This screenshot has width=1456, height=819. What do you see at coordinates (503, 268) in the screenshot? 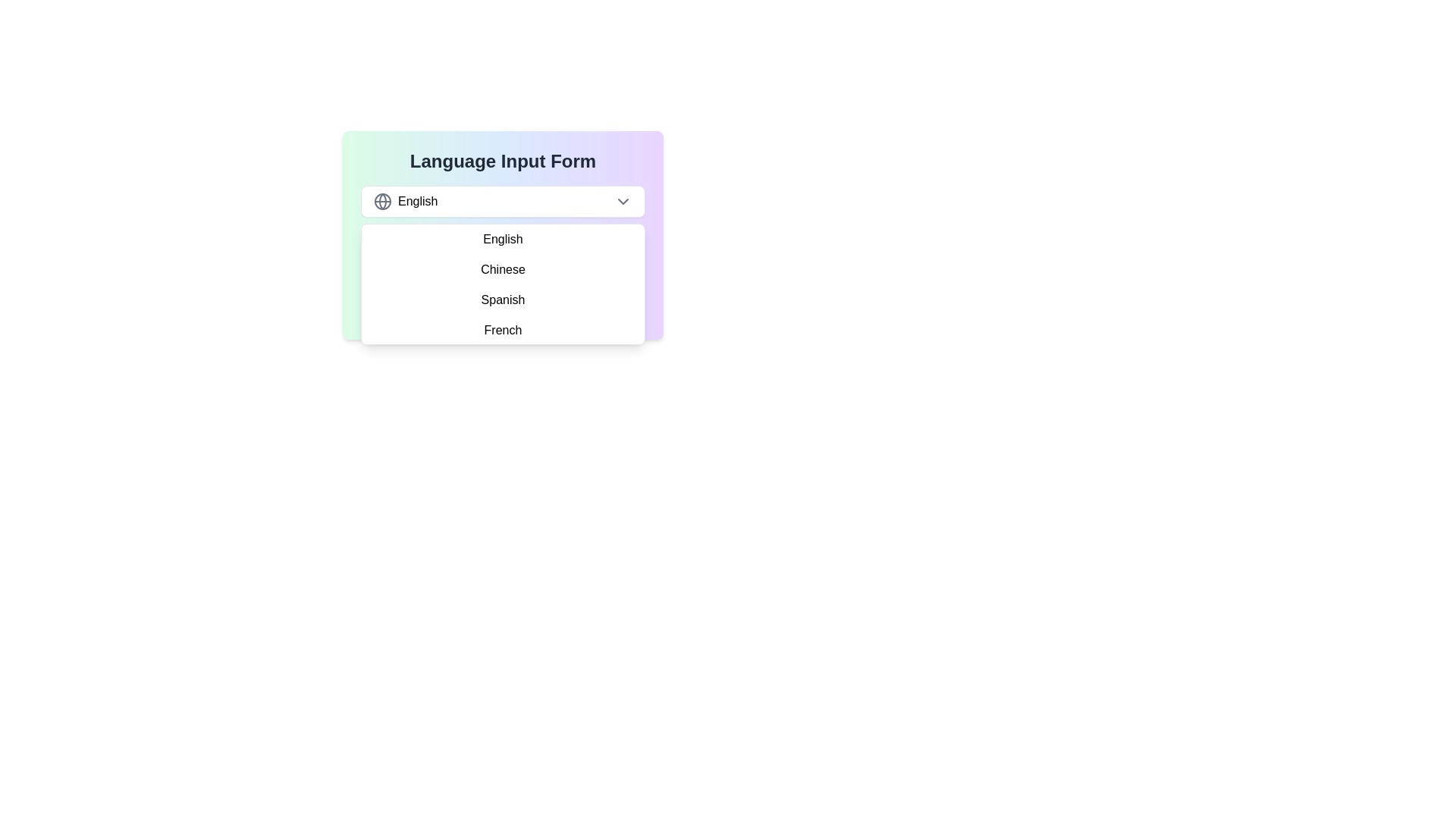
I see `the 'Chinese' option within the dropdown menu` at bounding box center [503, 268].